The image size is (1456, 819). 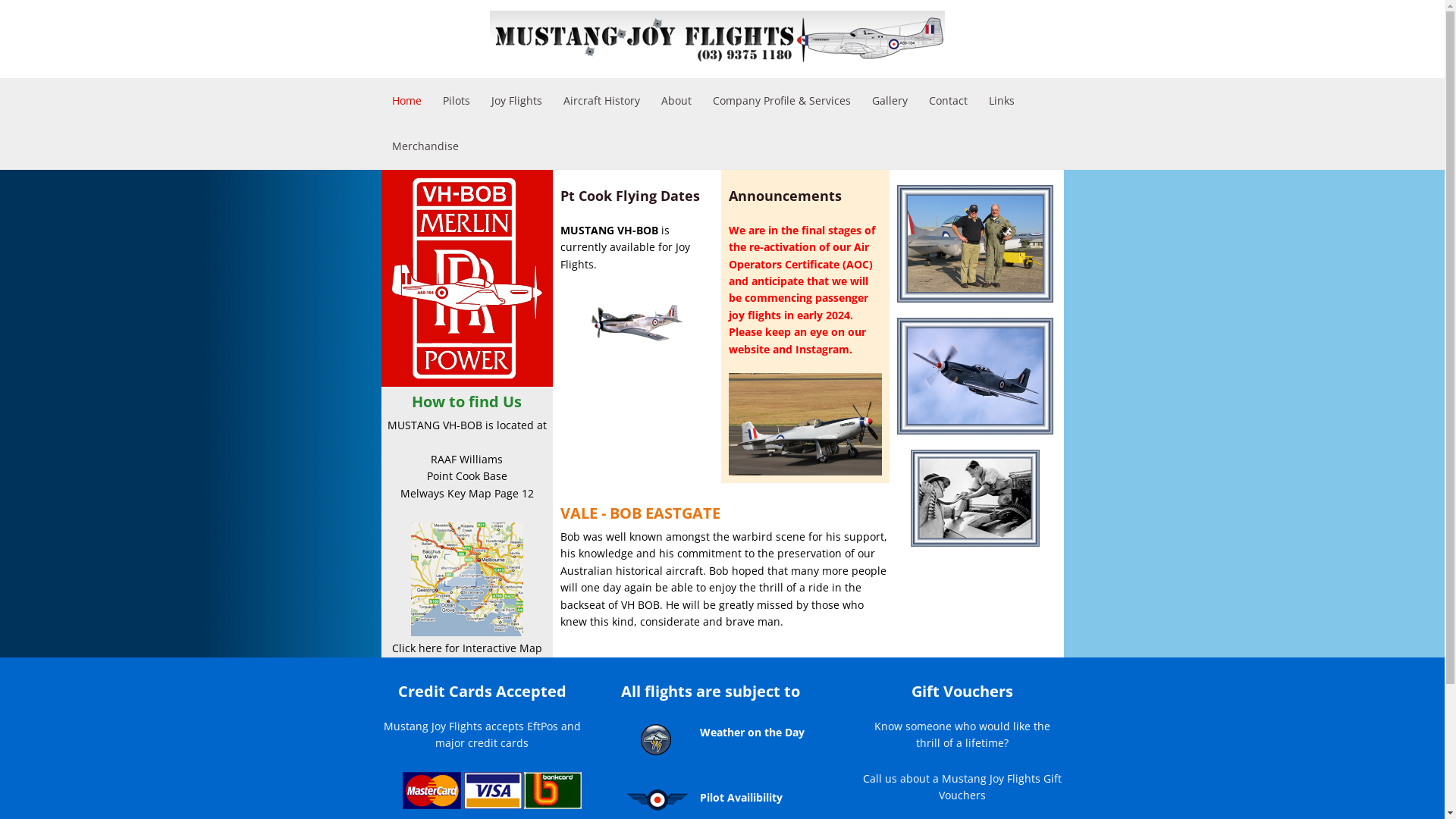 What do you see at coordinates (861, 100) in the screenshot?
I see `'Gallery'` at bounding box center [861, 100].